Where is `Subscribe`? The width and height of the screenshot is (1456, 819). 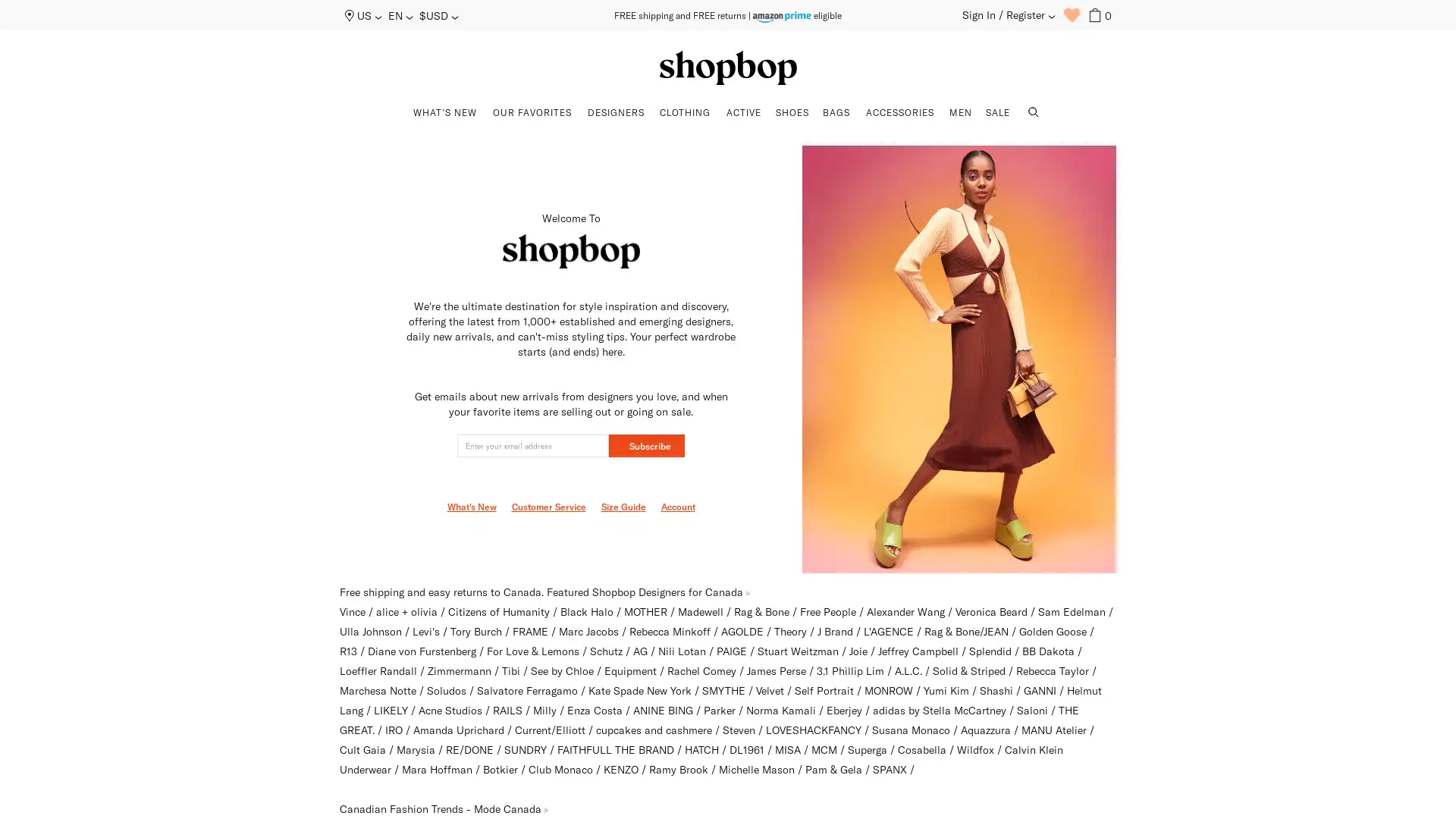
Subscribe is located at coordinates (647, 444).